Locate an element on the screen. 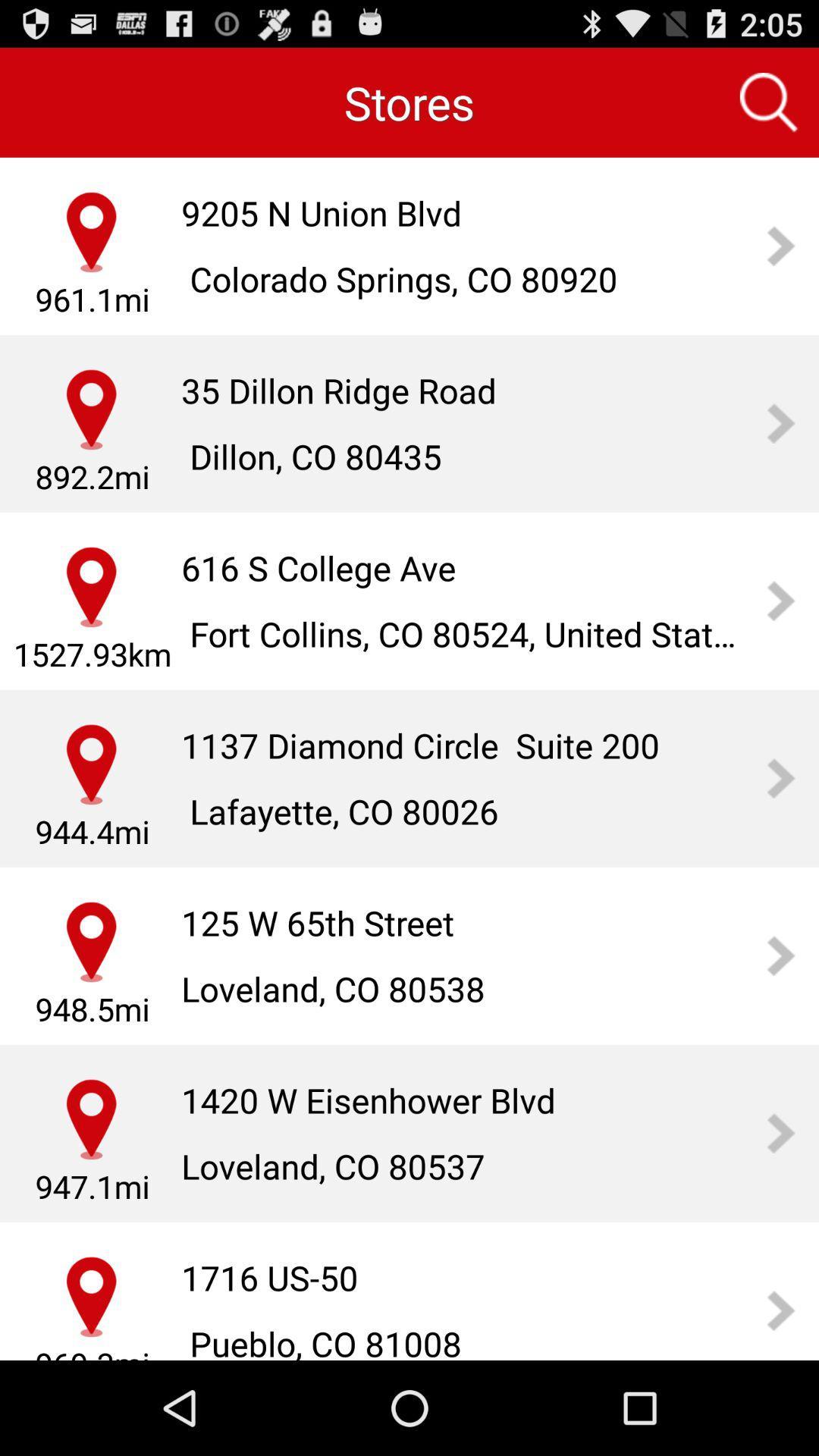 This screenshot has height=1456, width=819. the search icon is located at coordinates (769, 108).